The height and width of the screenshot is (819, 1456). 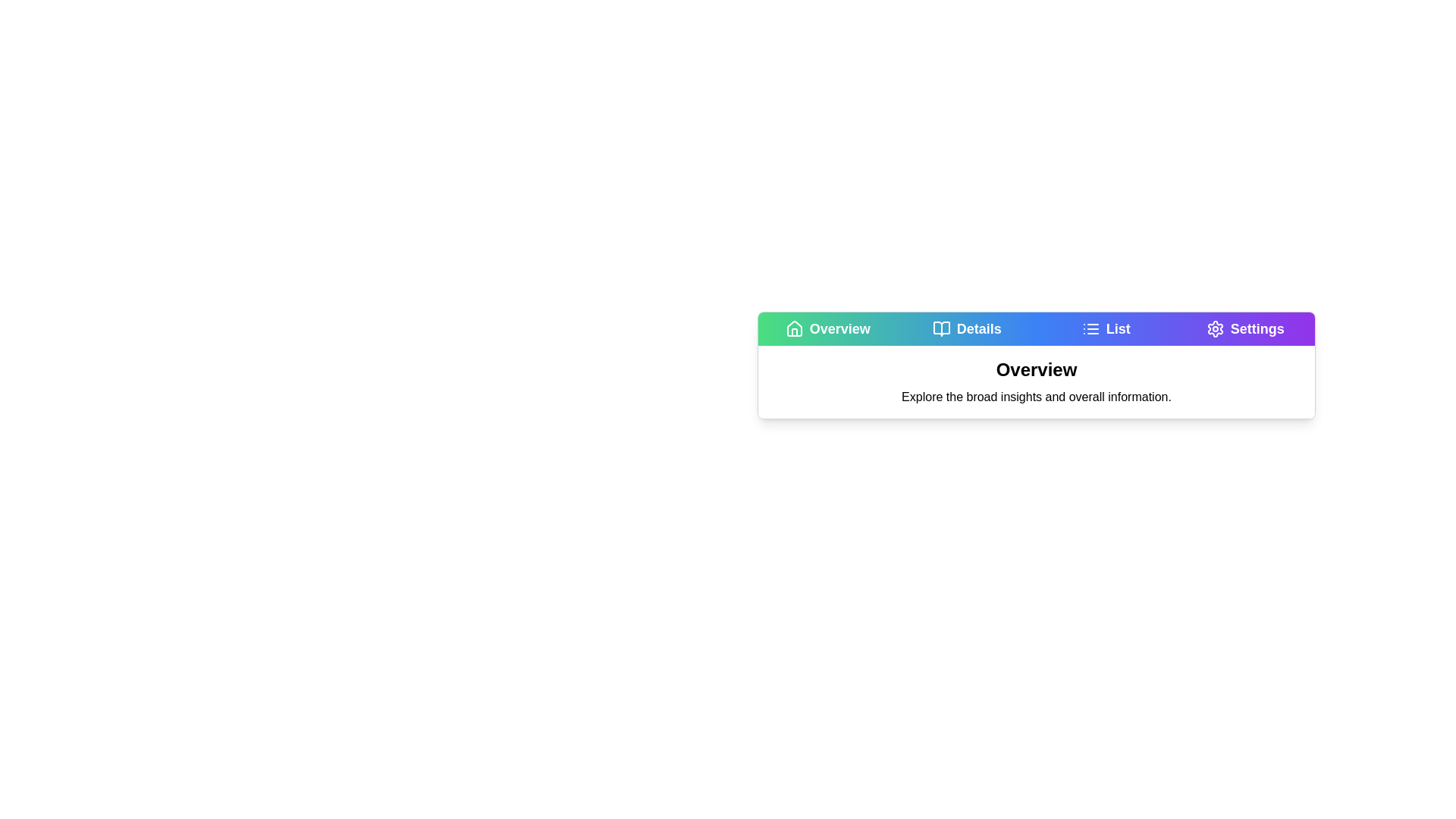 What do you see at coordinates (1090, 328) in the screenshot?
I see `the list icon, which is composed of three horizontal lines, located in the menu bar` at bounding box center [1090, 328].